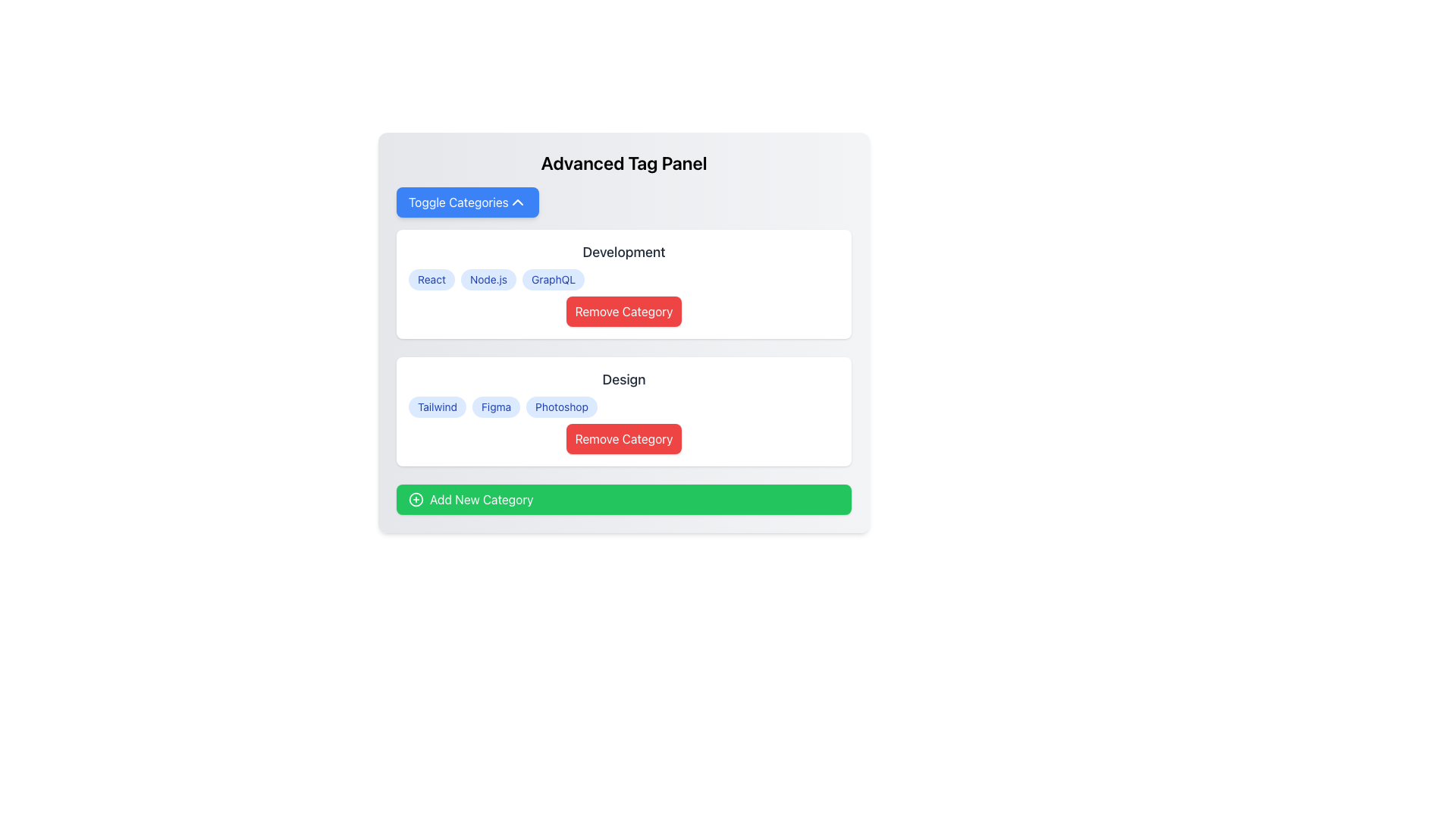 The image size is (1456, 819). Describe the element at coordinates (431, 280) in the screenshot. I see `the 'React' tag, which is the first badge in the horizontal group under the 'Development' category` at that location.